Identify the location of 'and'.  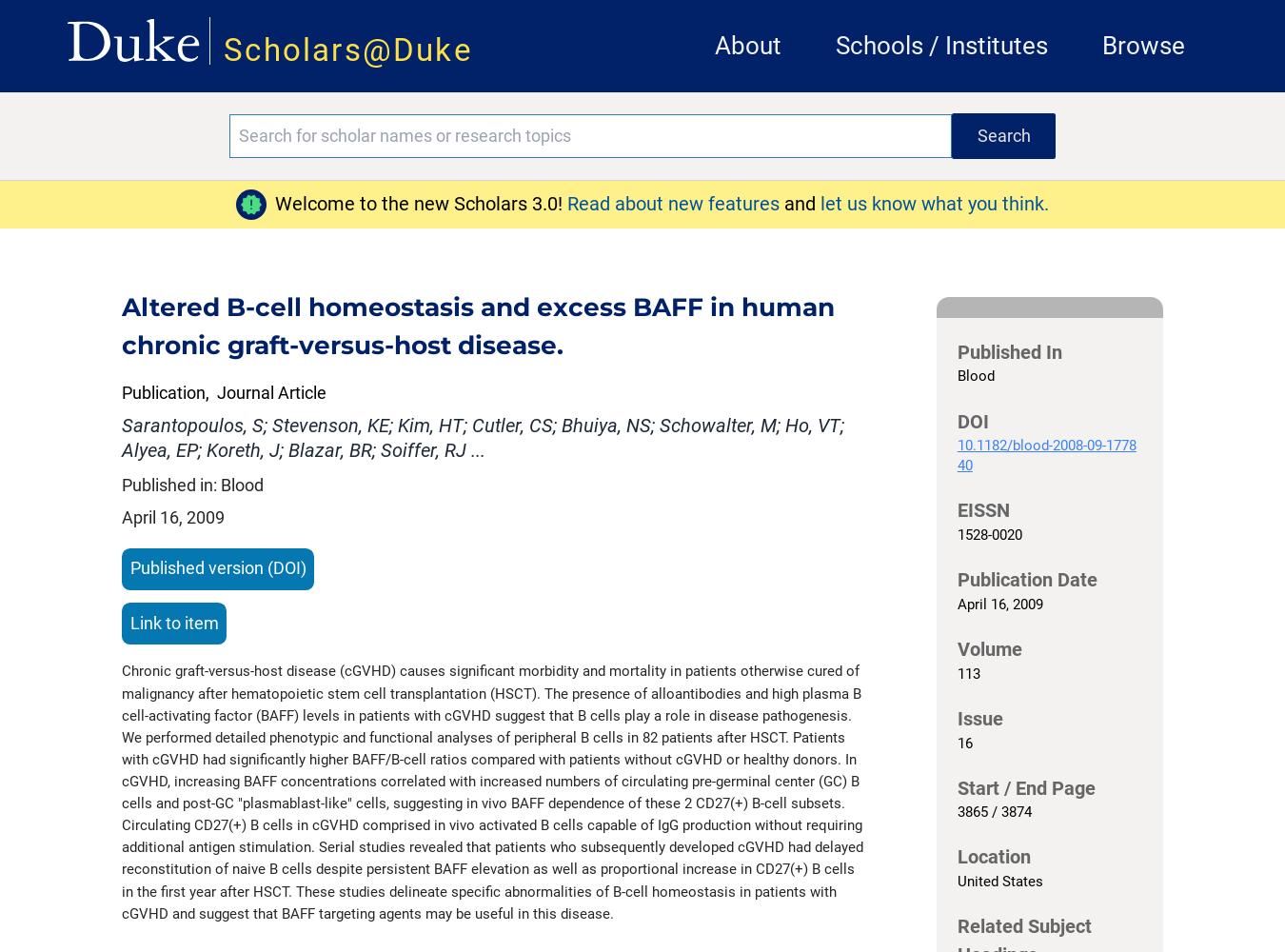
(784, 203).